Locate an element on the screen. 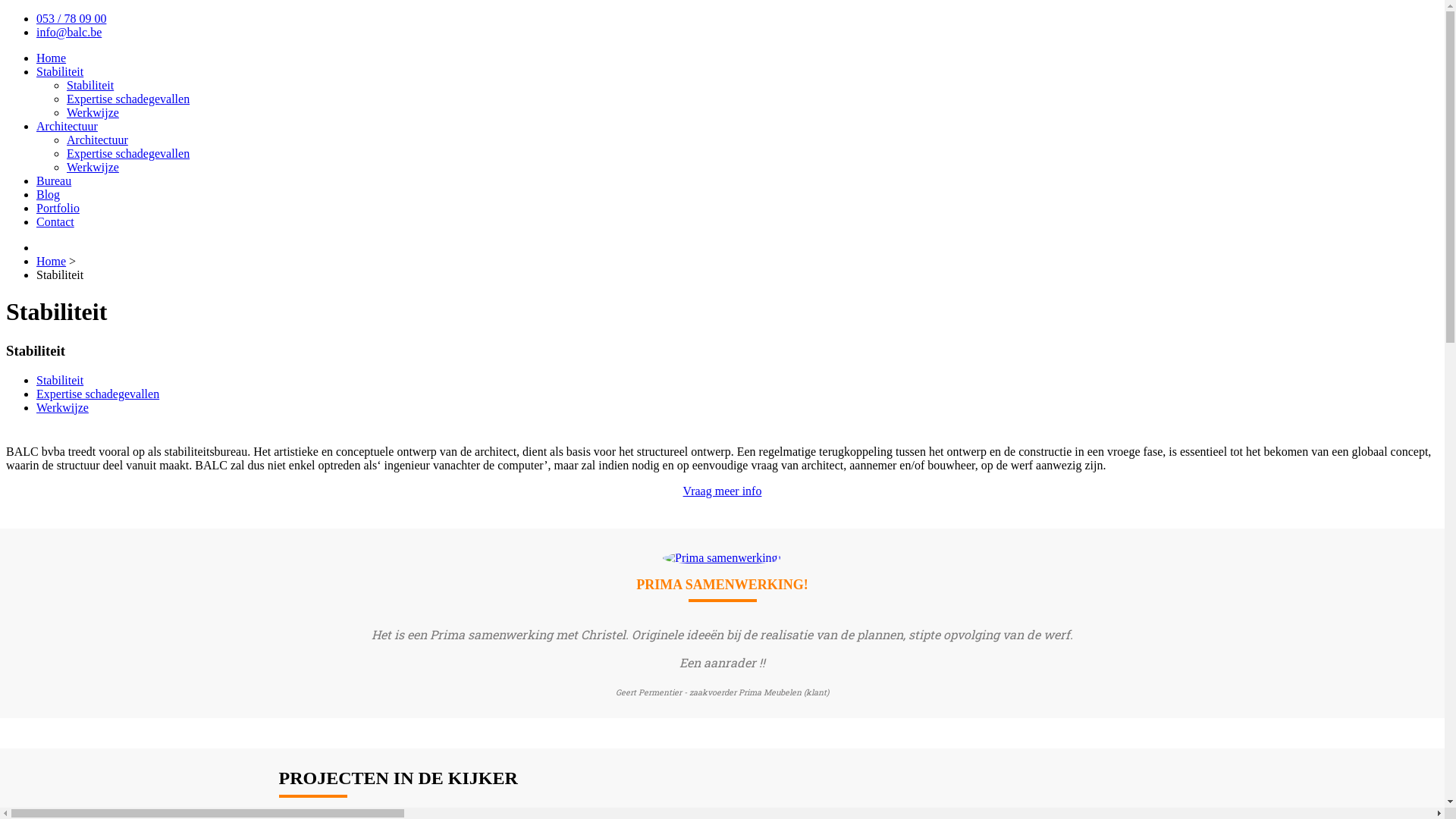  'Werkwijze' is located at coordinates (92, 111).